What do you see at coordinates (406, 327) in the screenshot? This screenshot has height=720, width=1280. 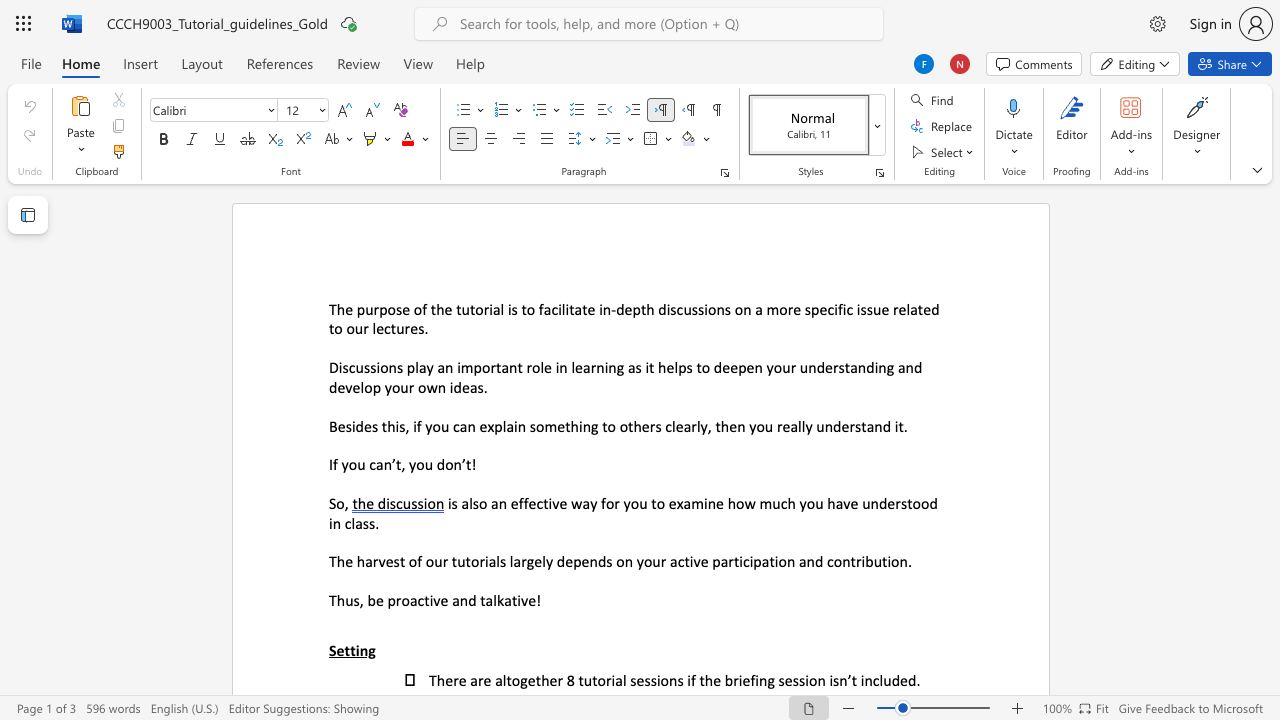 I see `the 4th character "r" in the text` at bounding box center [406, 327].